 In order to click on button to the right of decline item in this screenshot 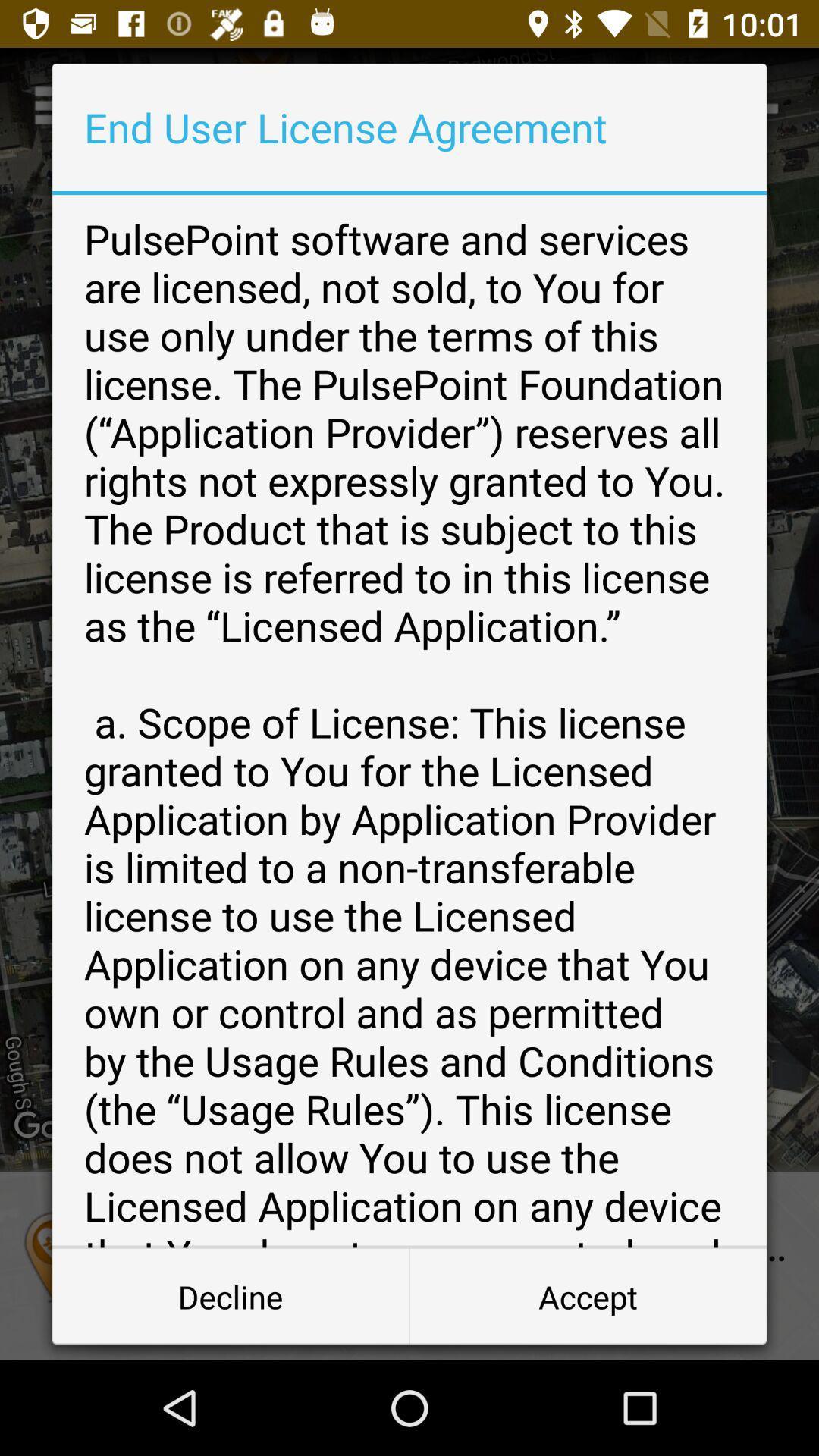, I will do `click(587, 1295)`.